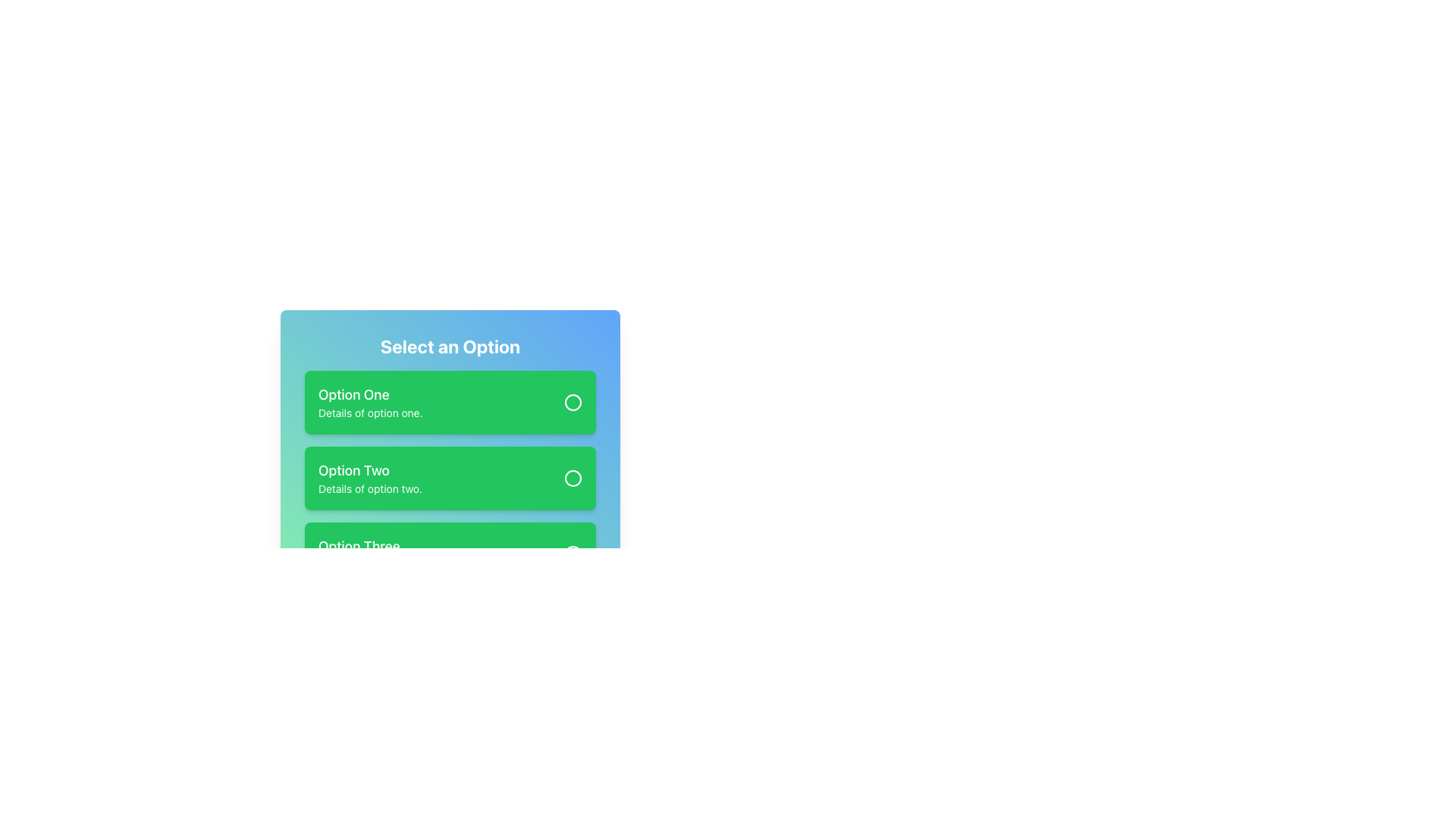 This screenshot has height=819, width=1456. What do you see at coordinates (370, 479) in the screenshot?
I see `on the second selectable option in the list labeled 'Option Two'` at bounding box center [370, 479].